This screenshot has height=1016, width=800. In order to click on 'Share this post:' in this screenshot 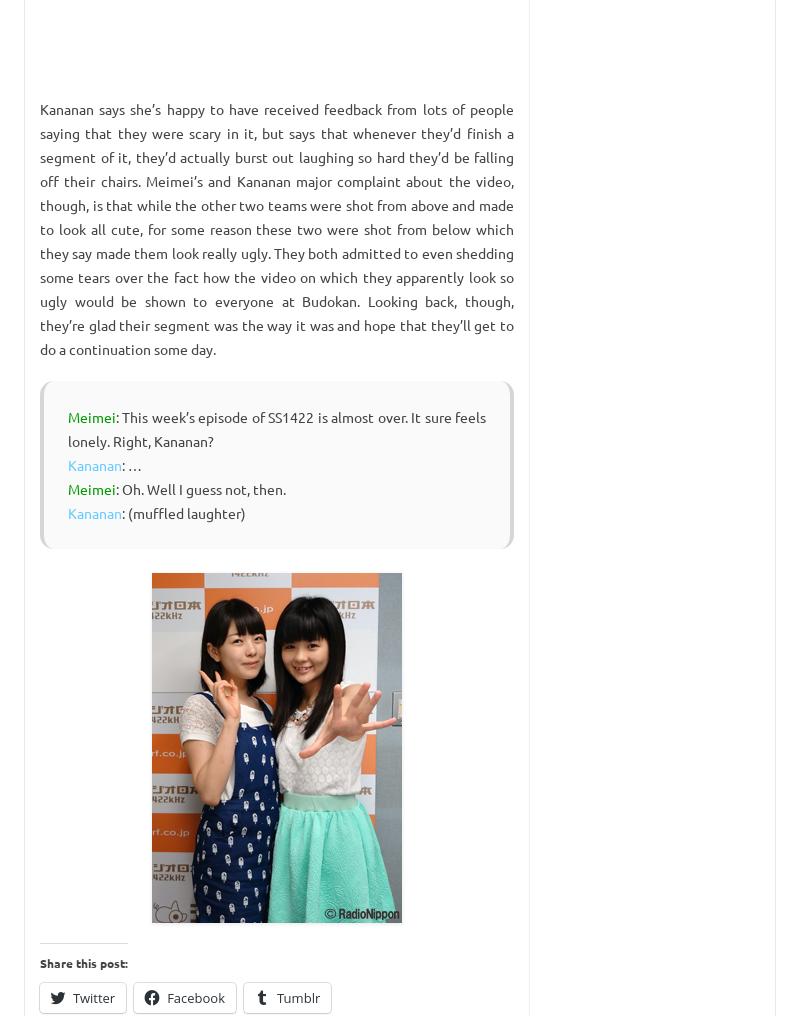, I will do `click(39, 962)`.